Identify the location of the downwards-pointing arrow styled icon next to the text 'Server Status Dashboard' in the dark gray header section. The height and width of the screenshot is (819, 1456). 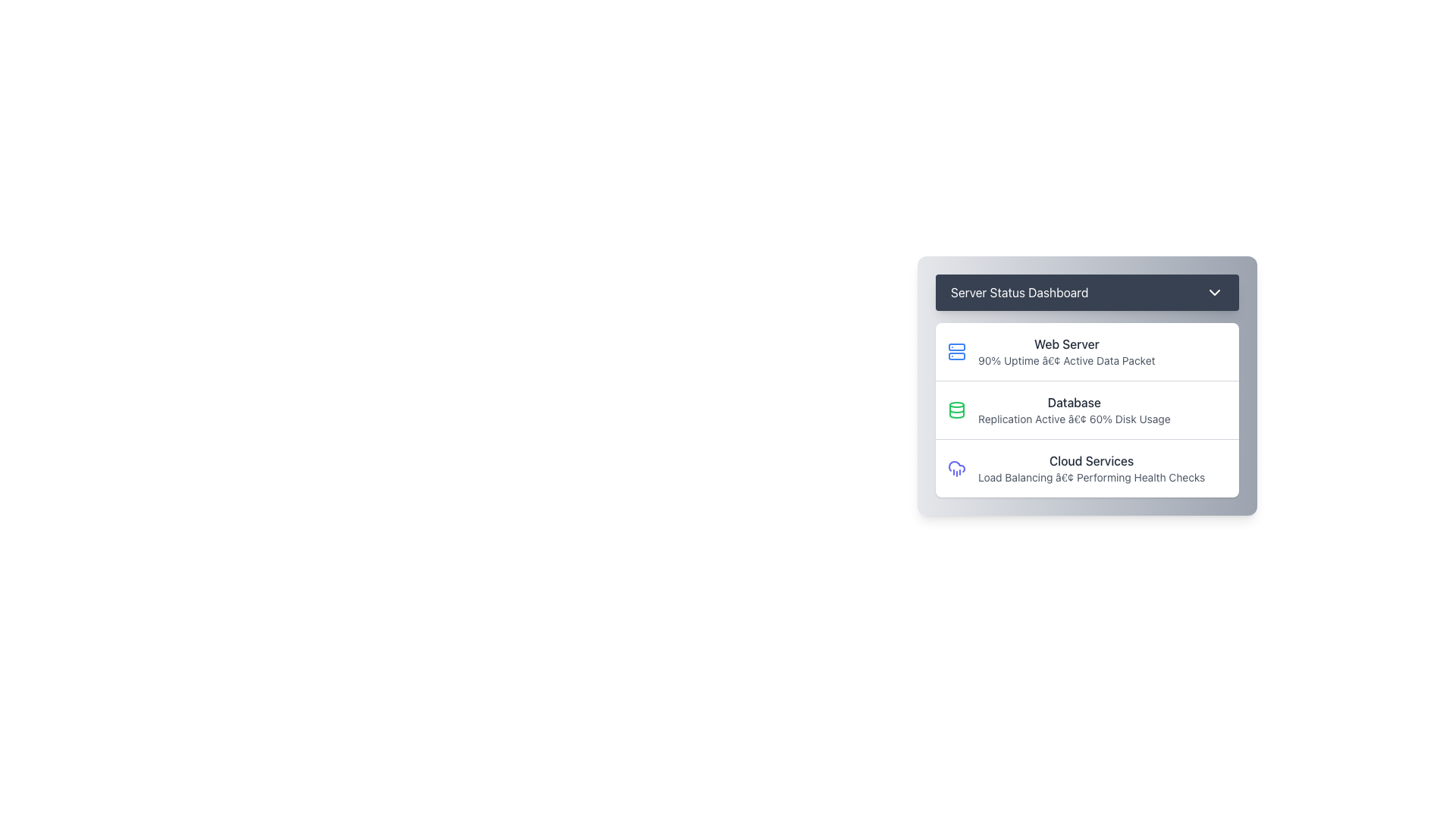
(1215, 292).